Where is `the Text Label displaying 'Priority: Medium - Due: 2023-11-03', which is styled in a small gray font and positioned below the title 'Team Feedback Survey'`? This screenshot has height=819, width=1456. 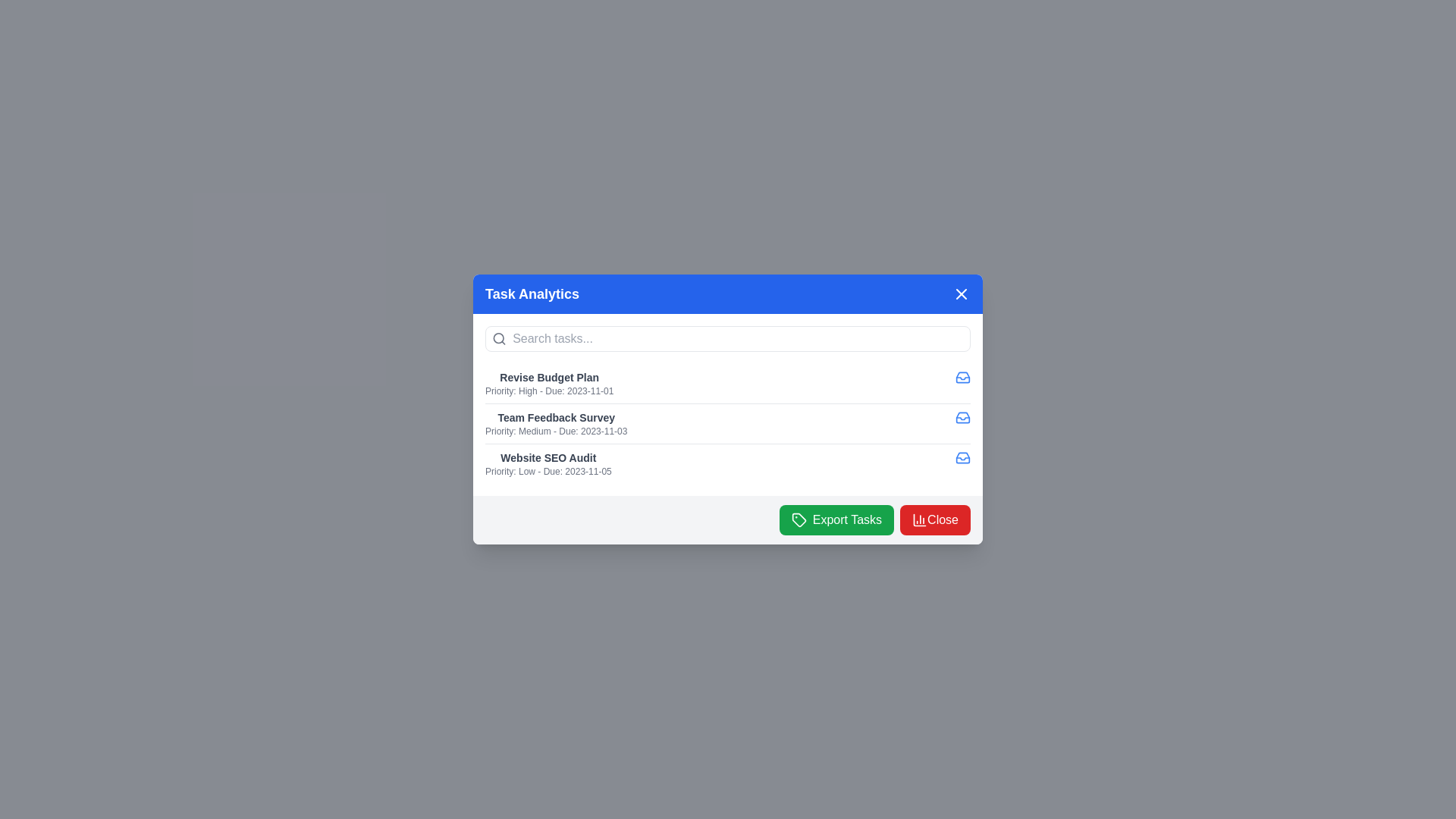 the Text Label displaying 'Priority: Medium - Due: 2023-11-03', which is styled in a small gray font and positioned below the title 'Team Feedback Survey' is located at coordinates (555, 431).